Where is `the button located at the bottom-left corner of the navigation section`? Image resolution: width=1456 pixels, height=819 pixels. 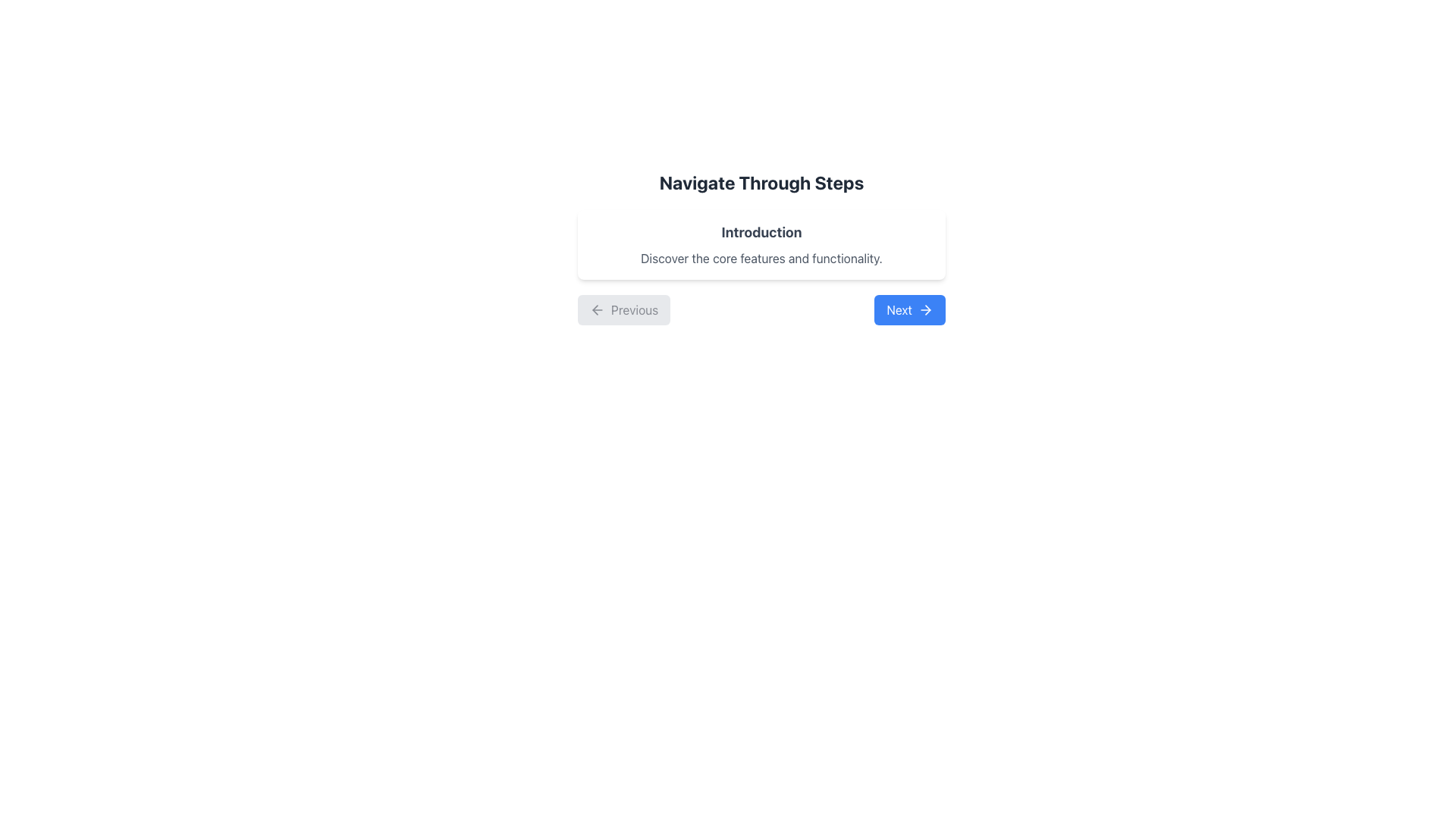 the button located at the bottom-left corner of the navigation section is located at coordinates (623, 309).